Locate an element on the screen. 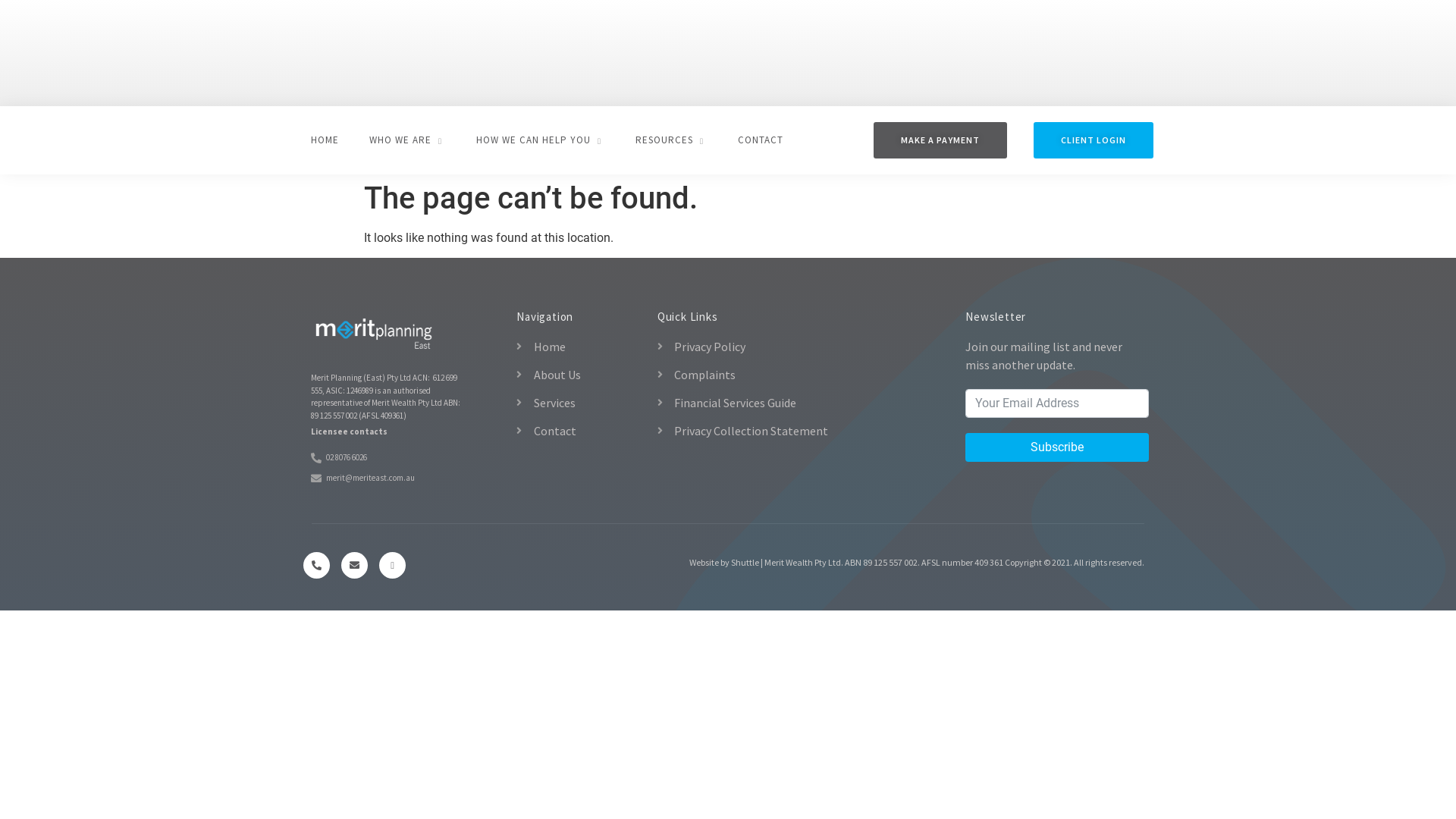 This screenshot has height=819, width=1456. 'Privacy Collection Statement' is located at coordinates (792, 430).